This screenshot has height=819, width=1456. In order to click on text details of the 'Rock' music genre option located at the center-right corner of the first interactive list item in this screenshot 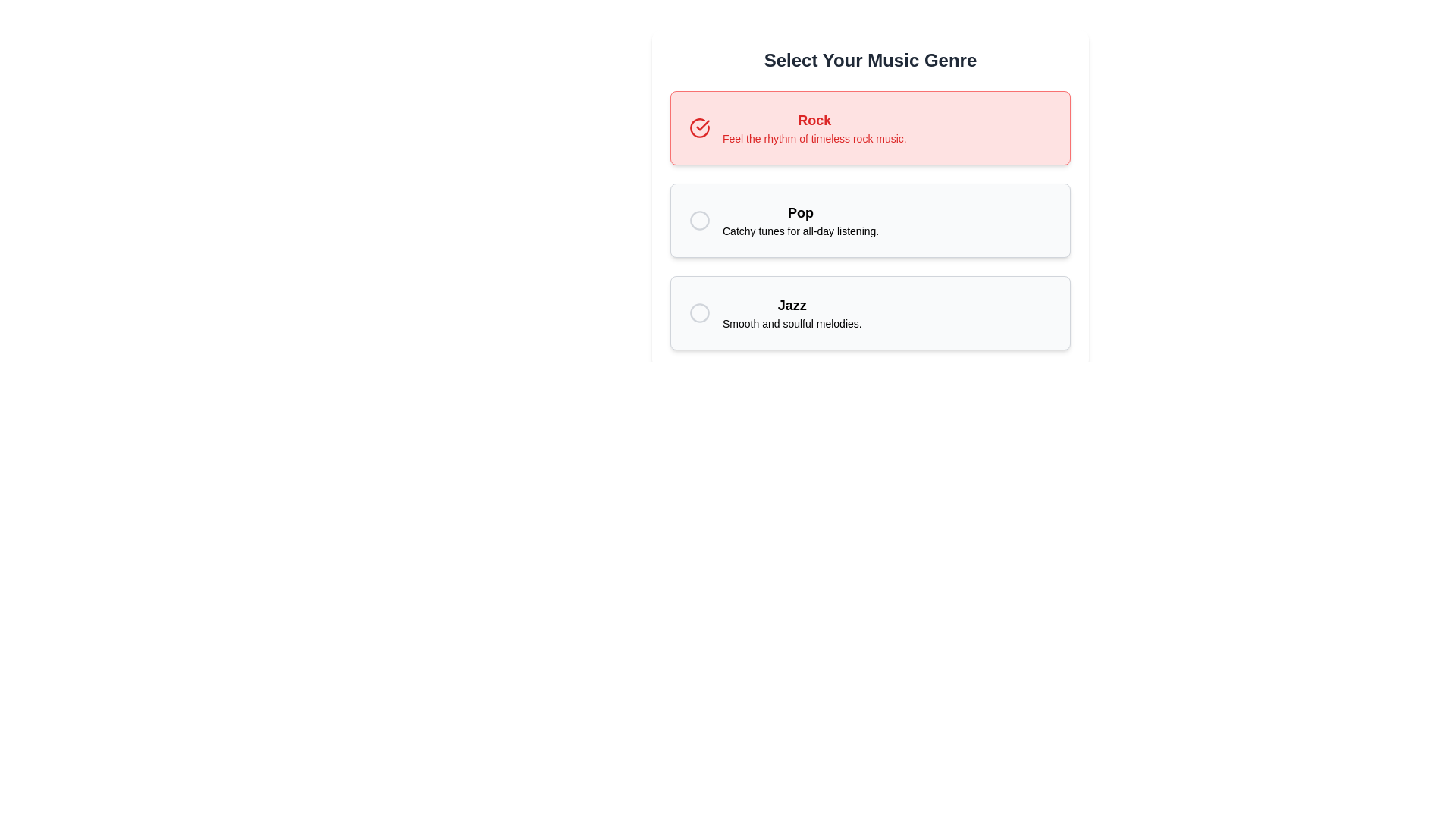, I will do `click(814, 127)`.